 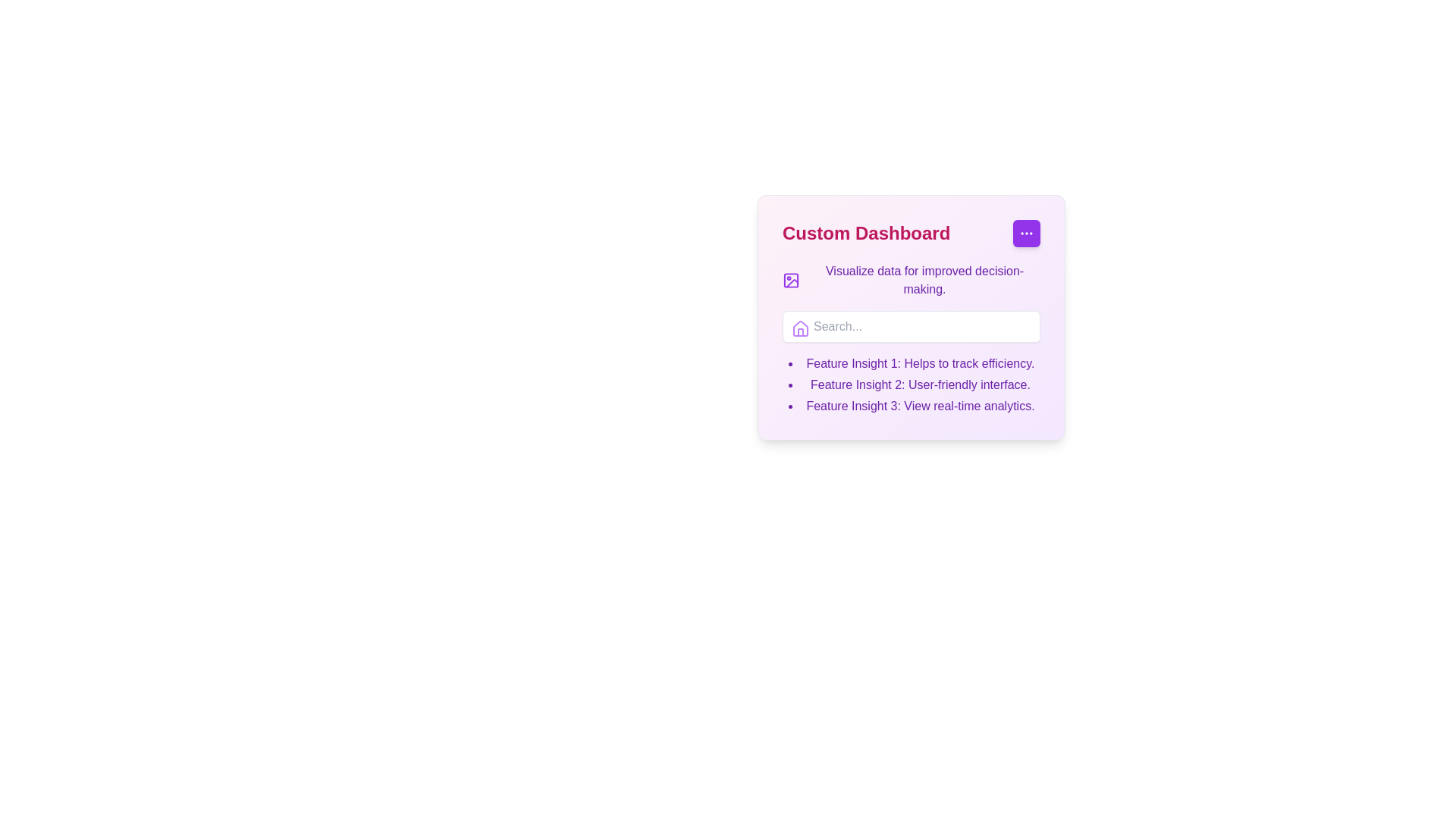 I want to click on the small purple house-shaped icon located at the top left corner of the search box placeholder within the dashboard interface, so click(x=800, y=328).